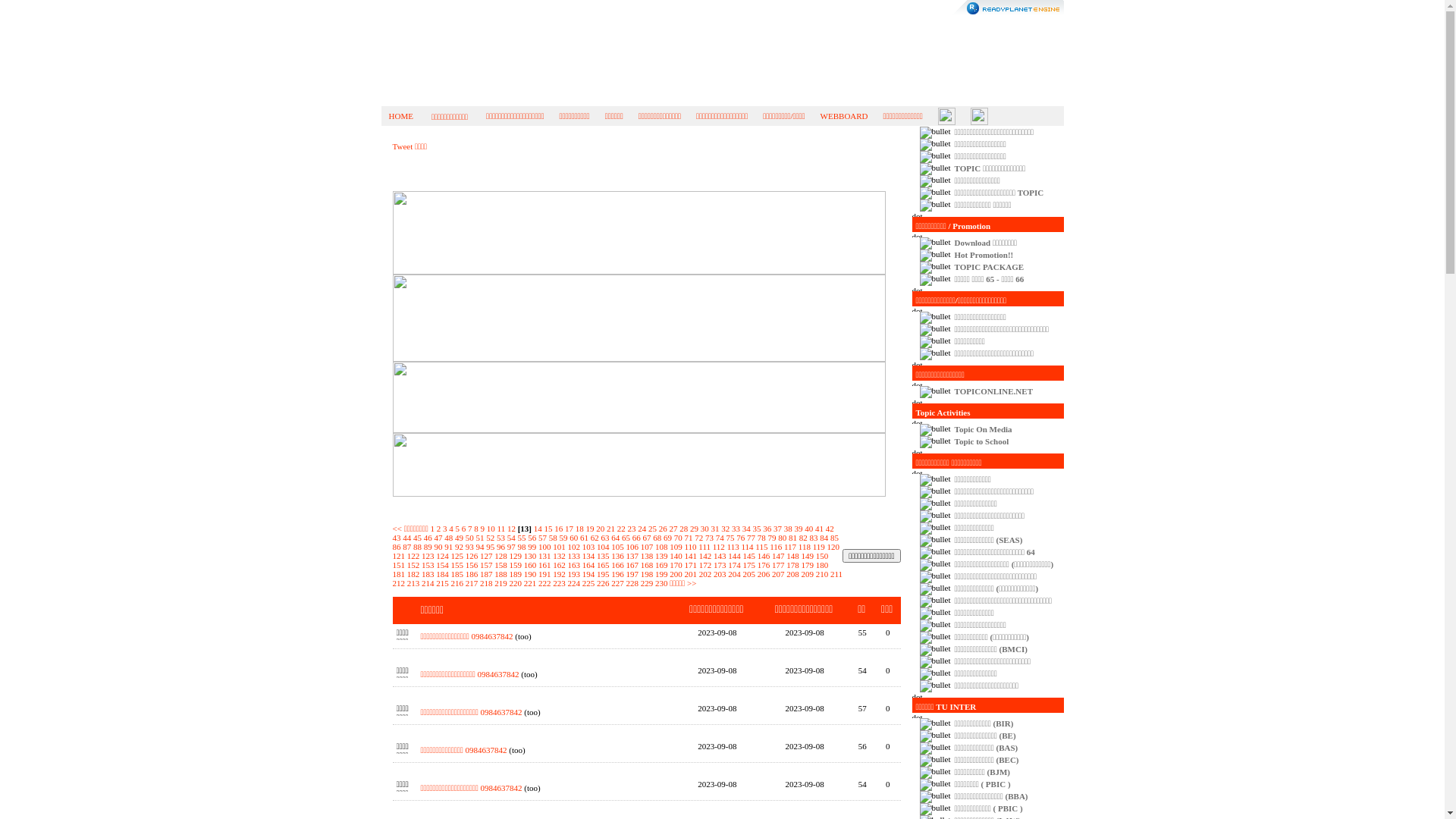 Image resolution: width=1456 pixels, height=819 pixels. Describe the element at coordinates (789, 547) in the screenshot. I see `'117'` at that location.